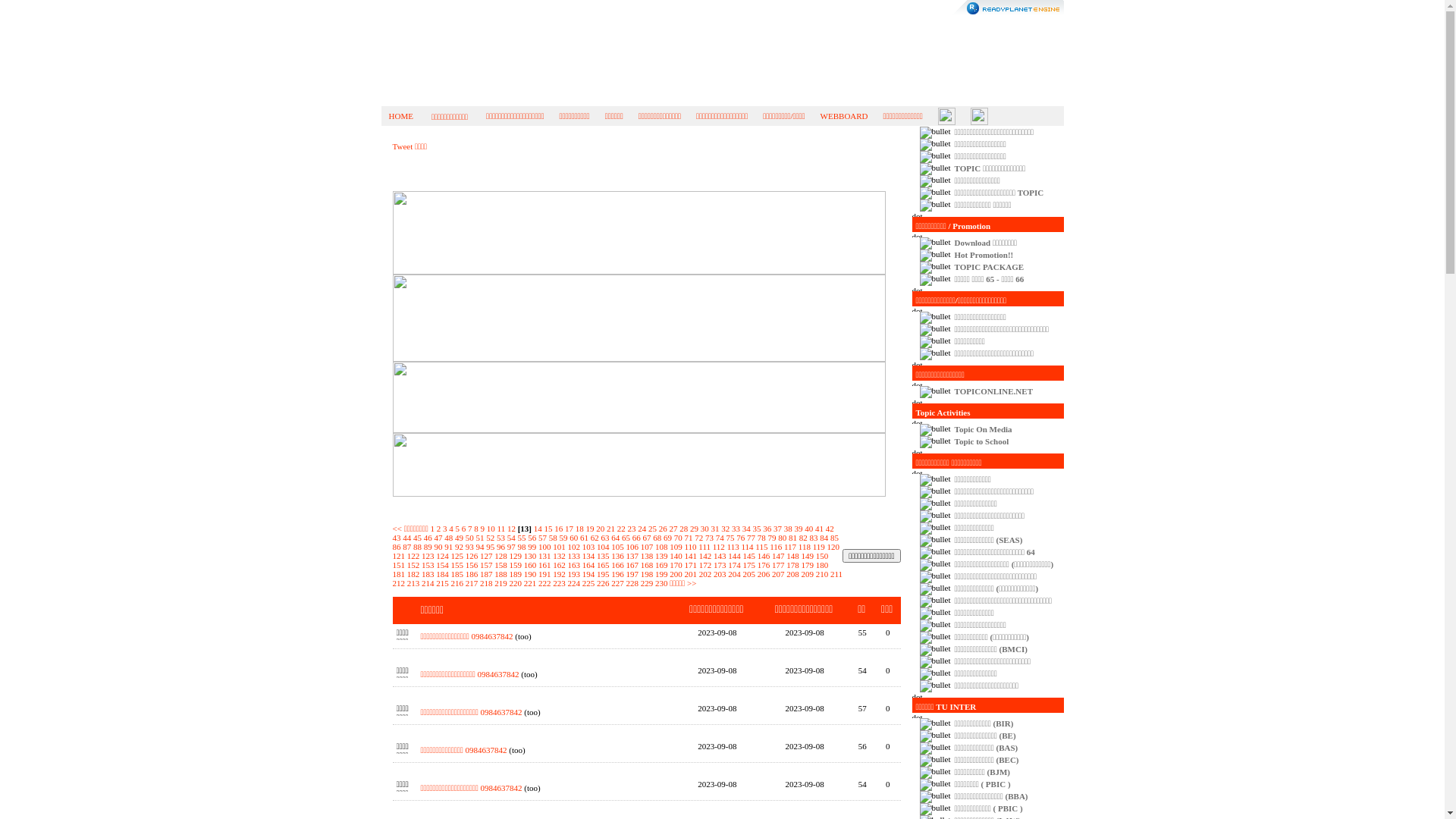 Image resolution: width=1456 pixels, height=819 pixels. Describe the element at coordinates (789, 547) in the screenshot. I see `'117'` at that location.